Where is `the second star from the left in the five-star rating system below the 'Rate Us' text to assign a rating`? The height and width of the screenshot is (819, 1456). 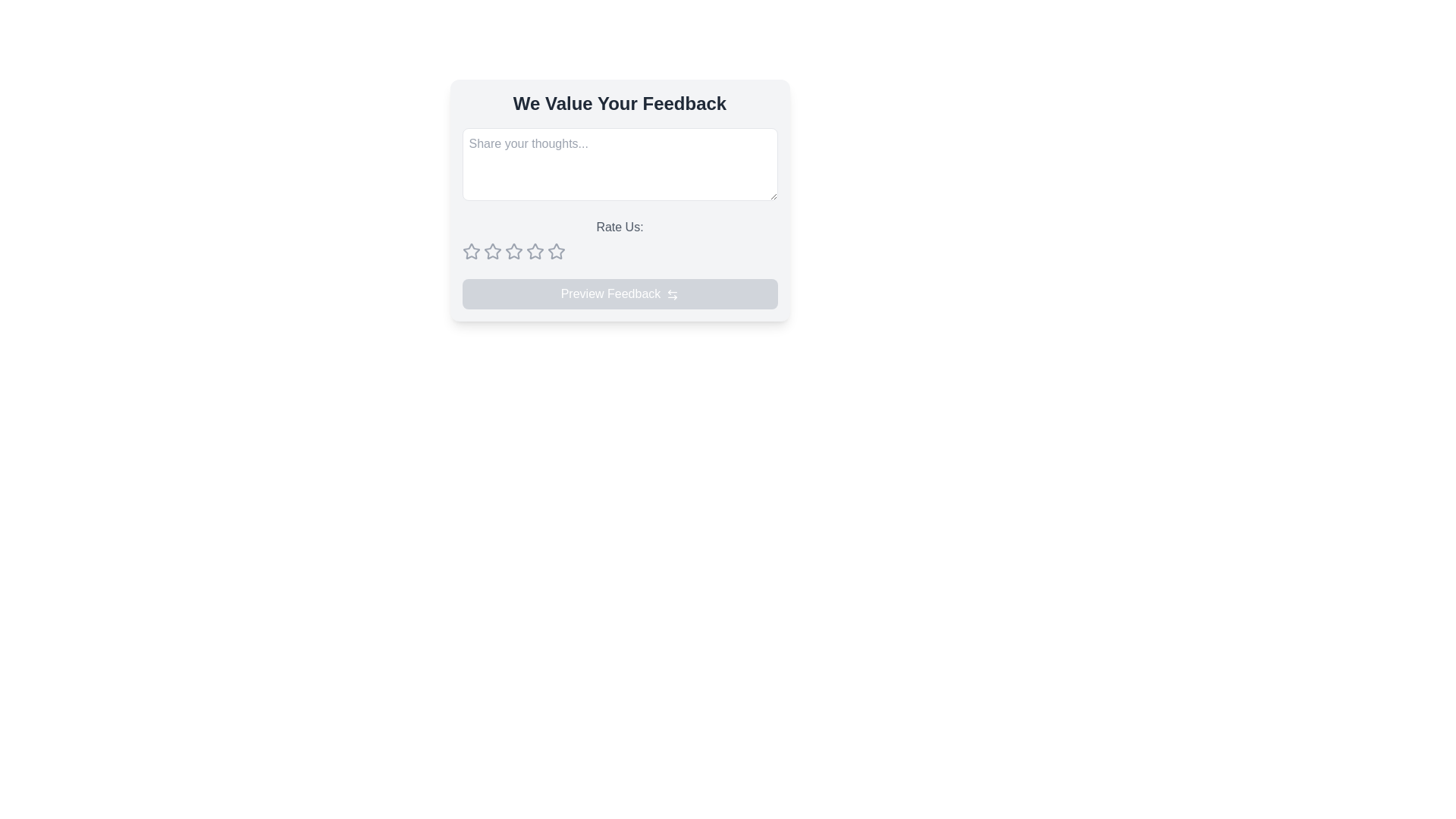
the second star from the left in the five-star rating system below the 'Rate Us' text to assign a rating is located at coordinates (492, 250).